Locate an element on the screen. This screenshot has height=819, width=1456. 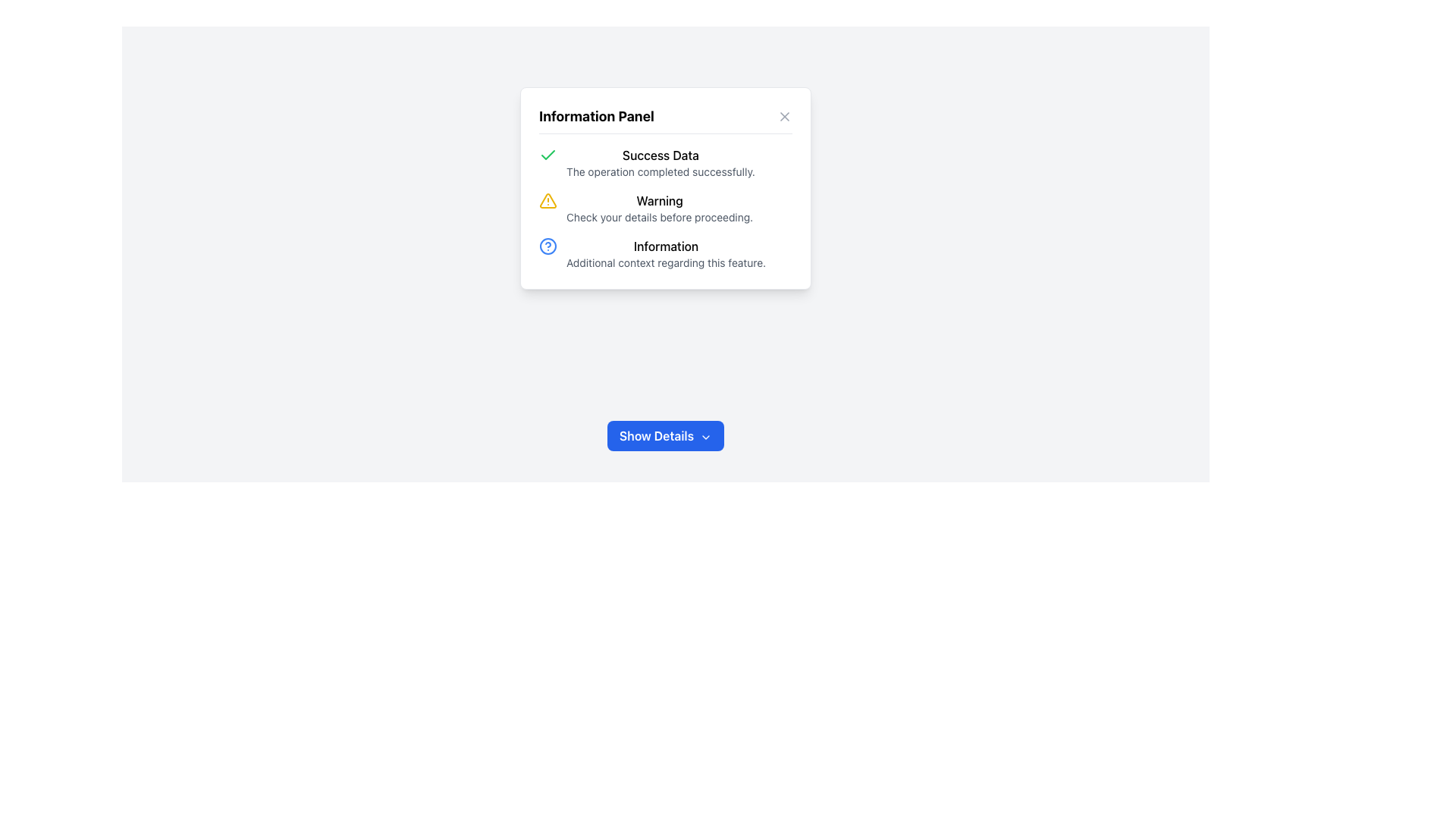
text block titled 'Information' and its description 'Additional context regarding this feature.' located below the 'Warning' section in the 'Information Panel' pop-up is located at coordinates (666, 253).